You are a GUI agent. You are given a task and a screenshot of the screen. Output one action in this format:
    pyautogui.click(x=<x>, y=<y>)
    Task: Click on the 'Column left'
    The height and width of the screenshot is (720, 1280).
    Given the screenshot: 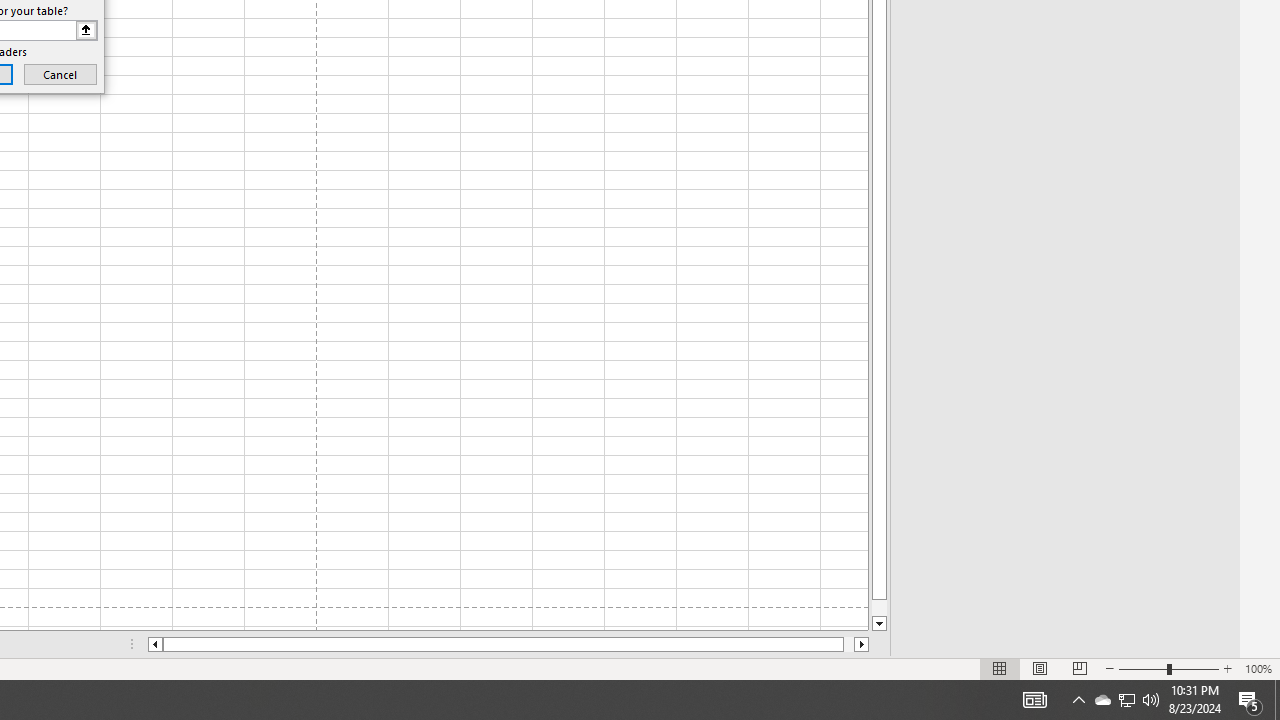 What is the action you would take?
    pyautogui.click(x=153, y=644)
    